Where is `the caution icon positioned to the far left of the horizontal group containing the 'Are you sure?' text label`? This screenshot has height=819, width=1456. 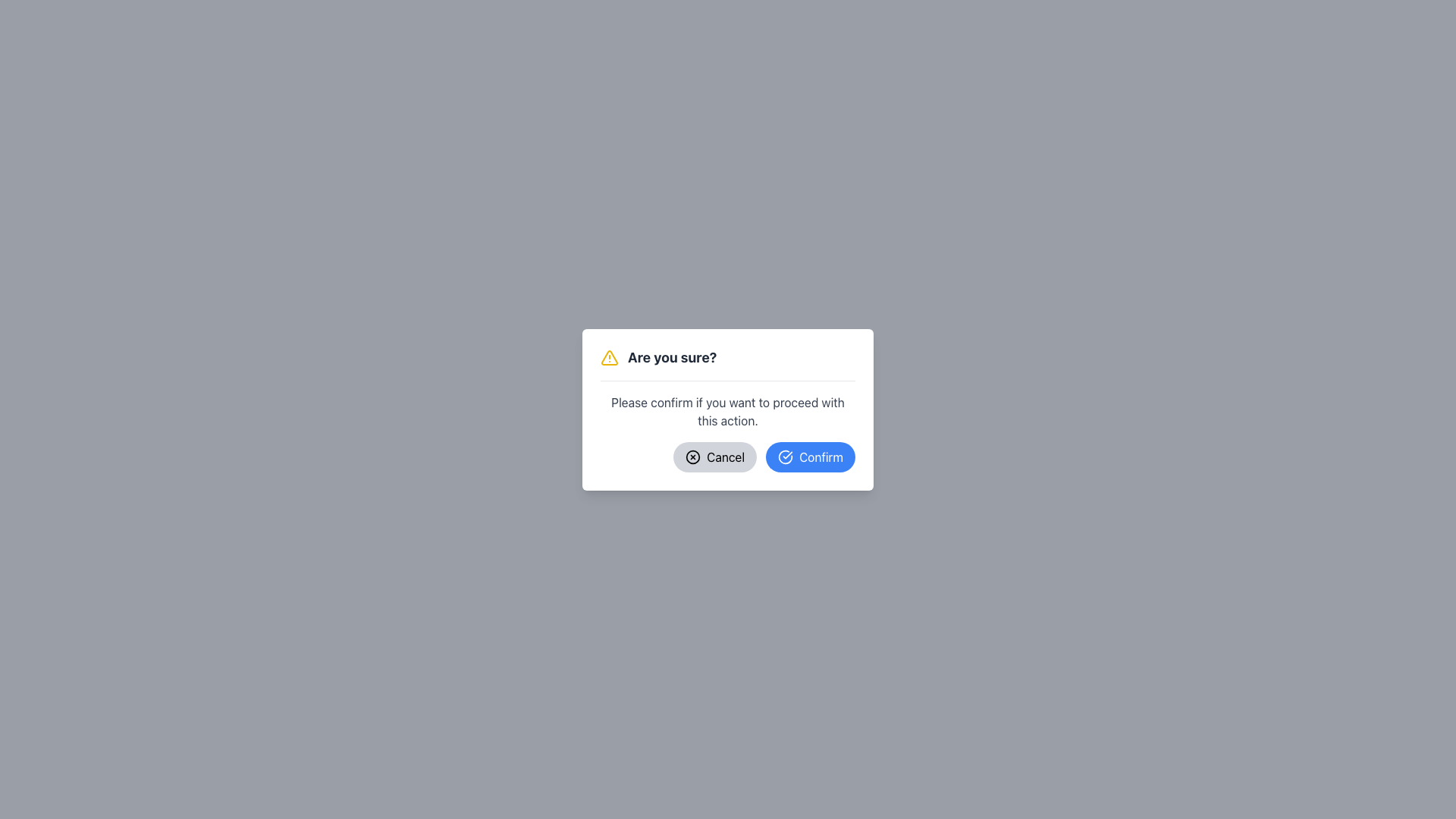
the caution icon positioned to the far left of the horizontal group containing the 'Are you sure?' text label is located at coordinates (610, 357).